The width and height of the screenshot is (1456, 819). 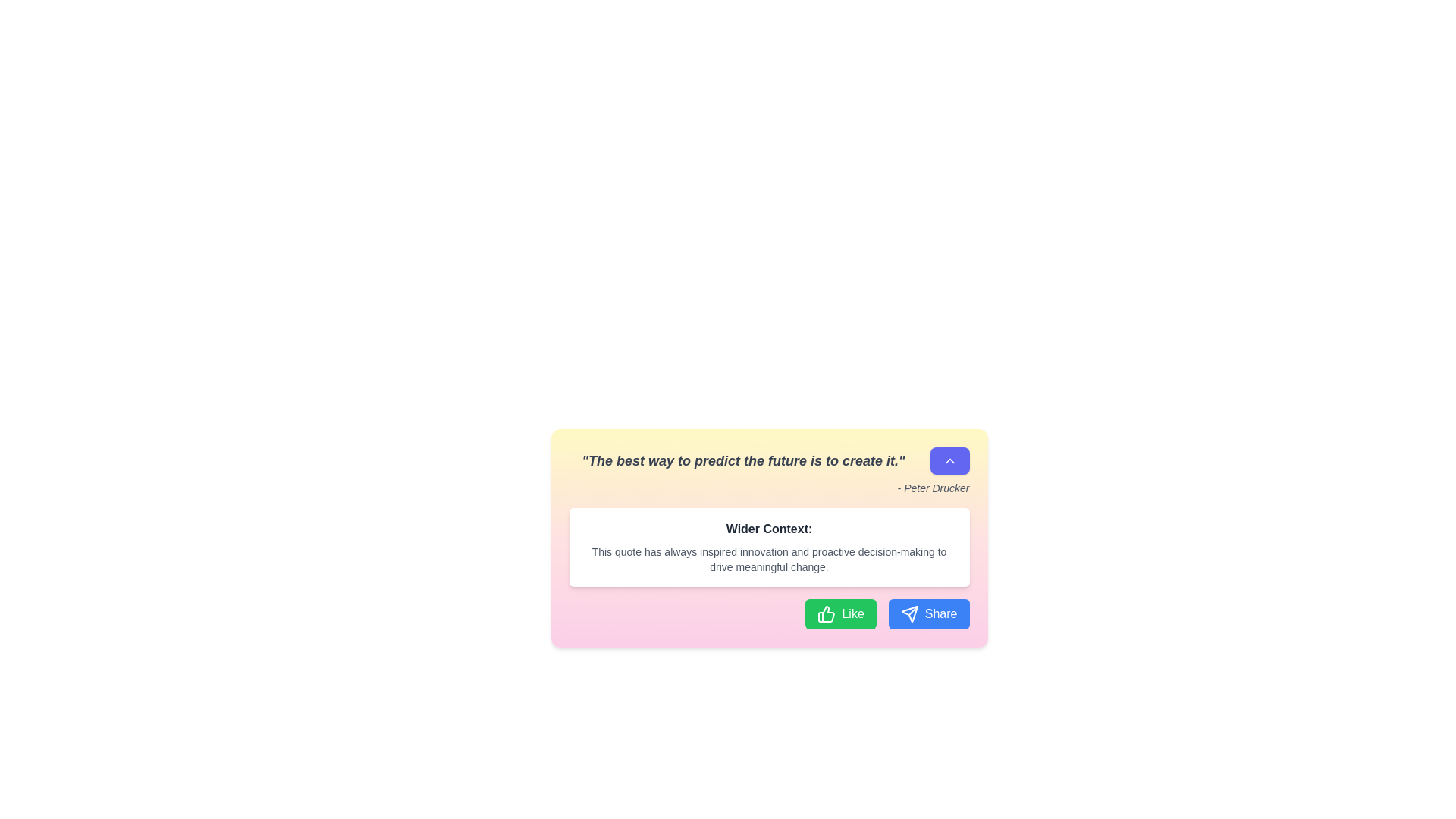 I want to click on the thumbs-up icon button located at the bottom of the card-like structure, so click(x=826, y=614).